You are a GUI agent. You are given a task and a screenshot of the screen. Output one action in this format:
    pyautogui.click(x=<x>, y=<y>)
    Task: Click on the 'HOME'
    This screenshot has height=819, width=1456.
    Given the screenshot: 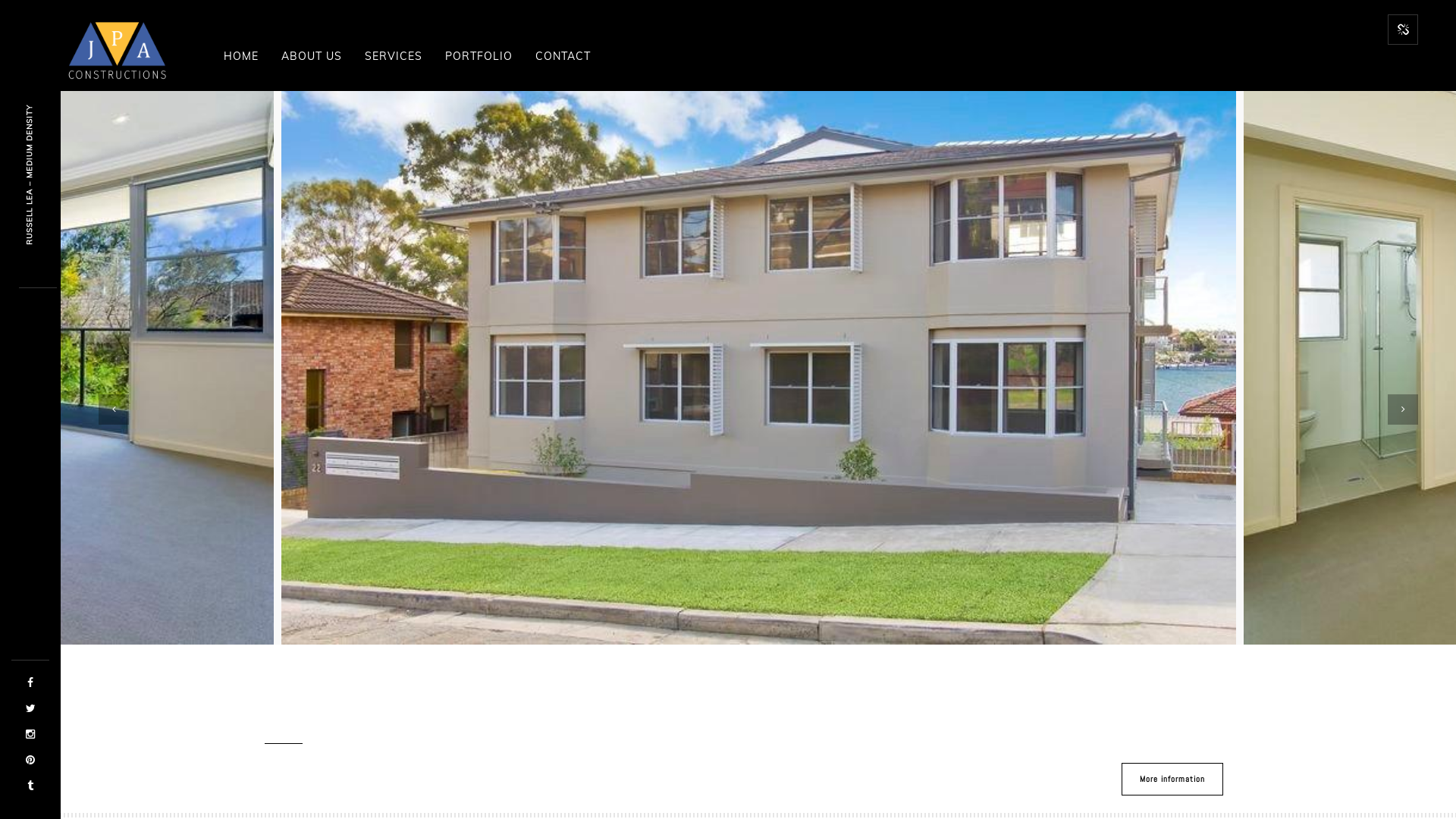 What is the action you would take?
    pyautogui.click(x=240, y=55)
    